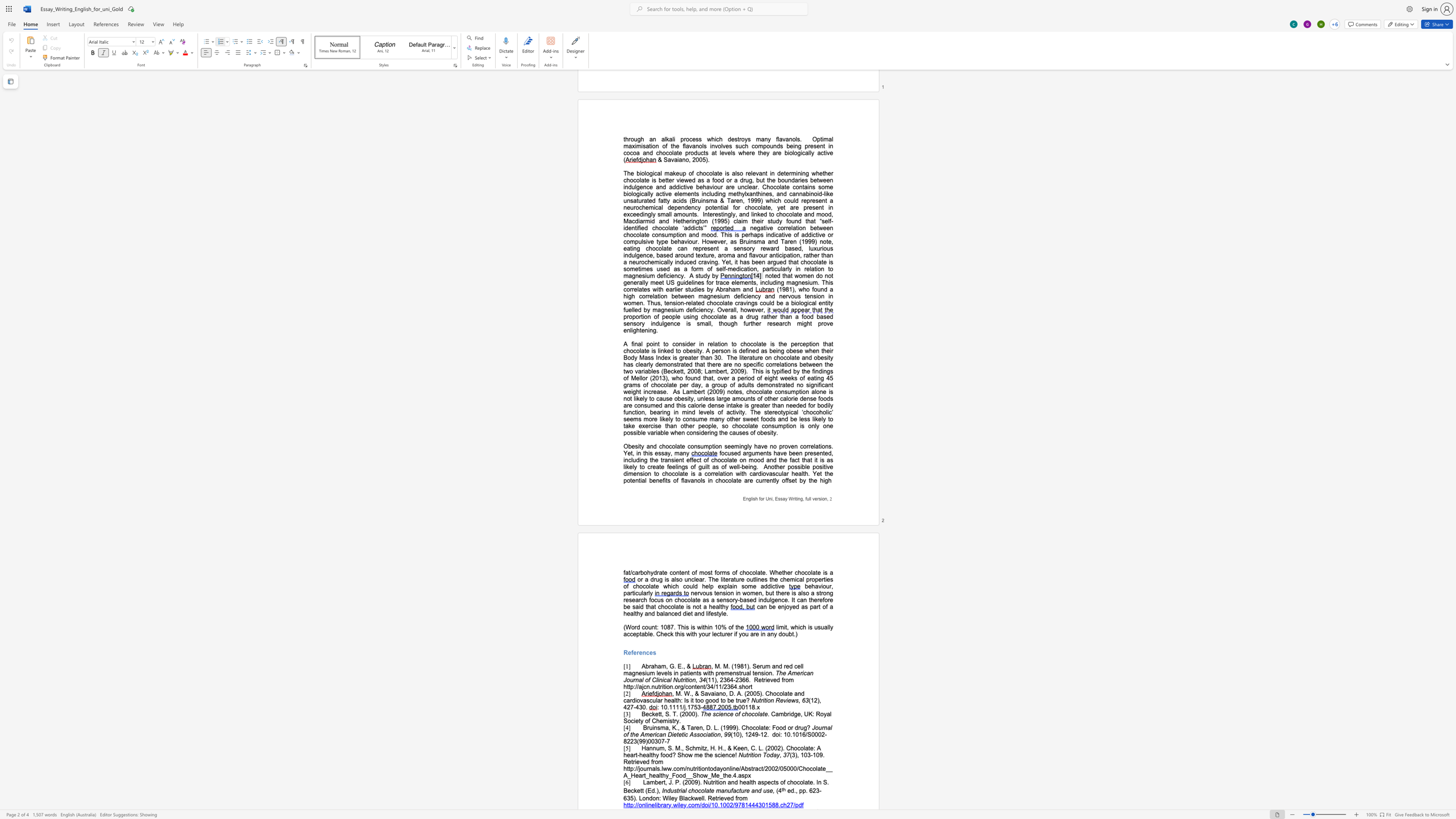 The width and height of the screenshot is (1456, 819). Describe the element at coordinates (652, 798) in the screenshot. I see `the space between the continuous character "d" and "o" in the text` at that location.